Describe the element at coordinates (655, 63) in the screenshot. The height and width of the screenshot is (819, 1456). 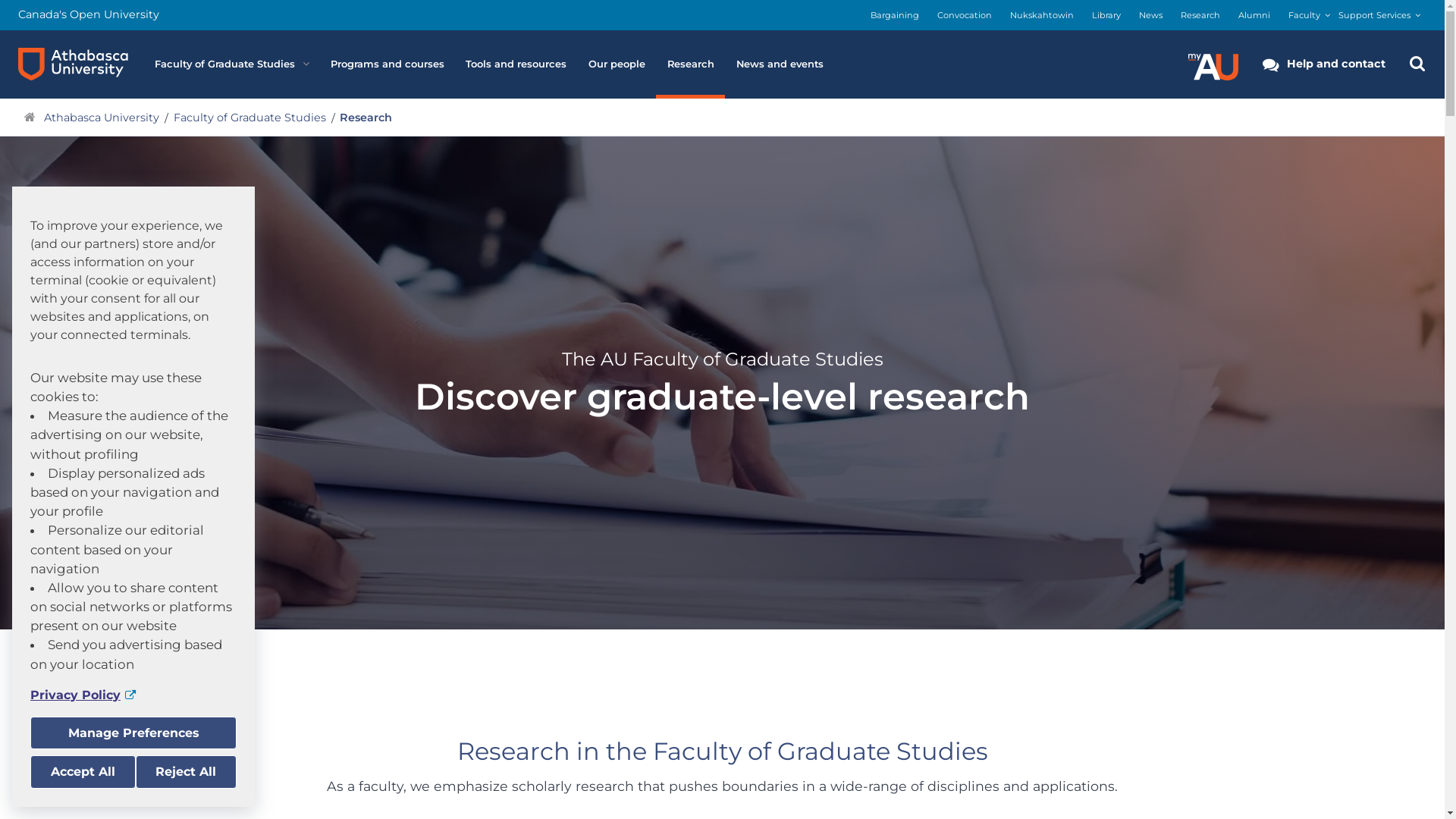
I see `'Research'` at that location.